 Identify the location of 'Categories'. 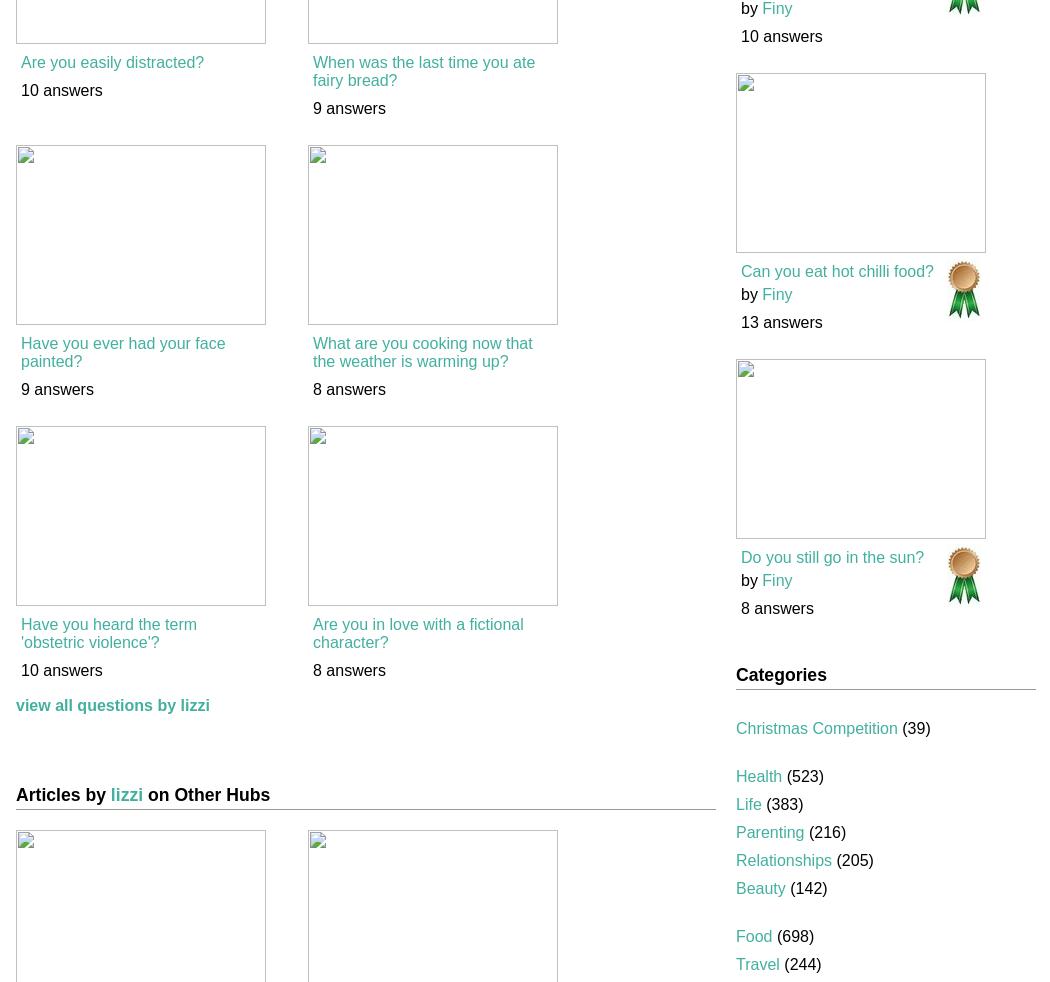
(780, 674).